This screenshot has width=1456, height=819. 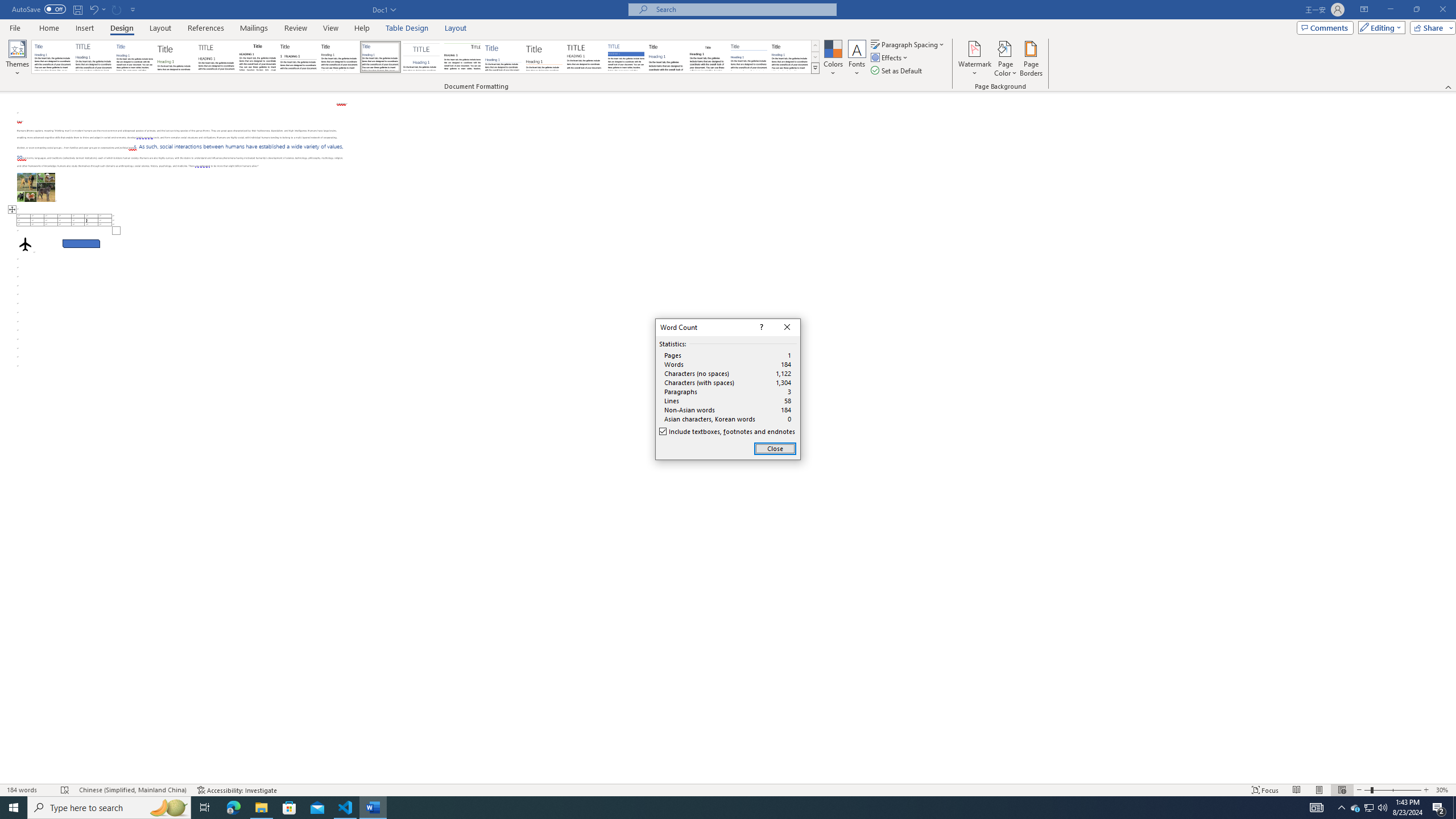 What do you see at coordinates (1426, 790) in the screenshot?
I see `'Zoom In'` at bounding box center [1426, 790].